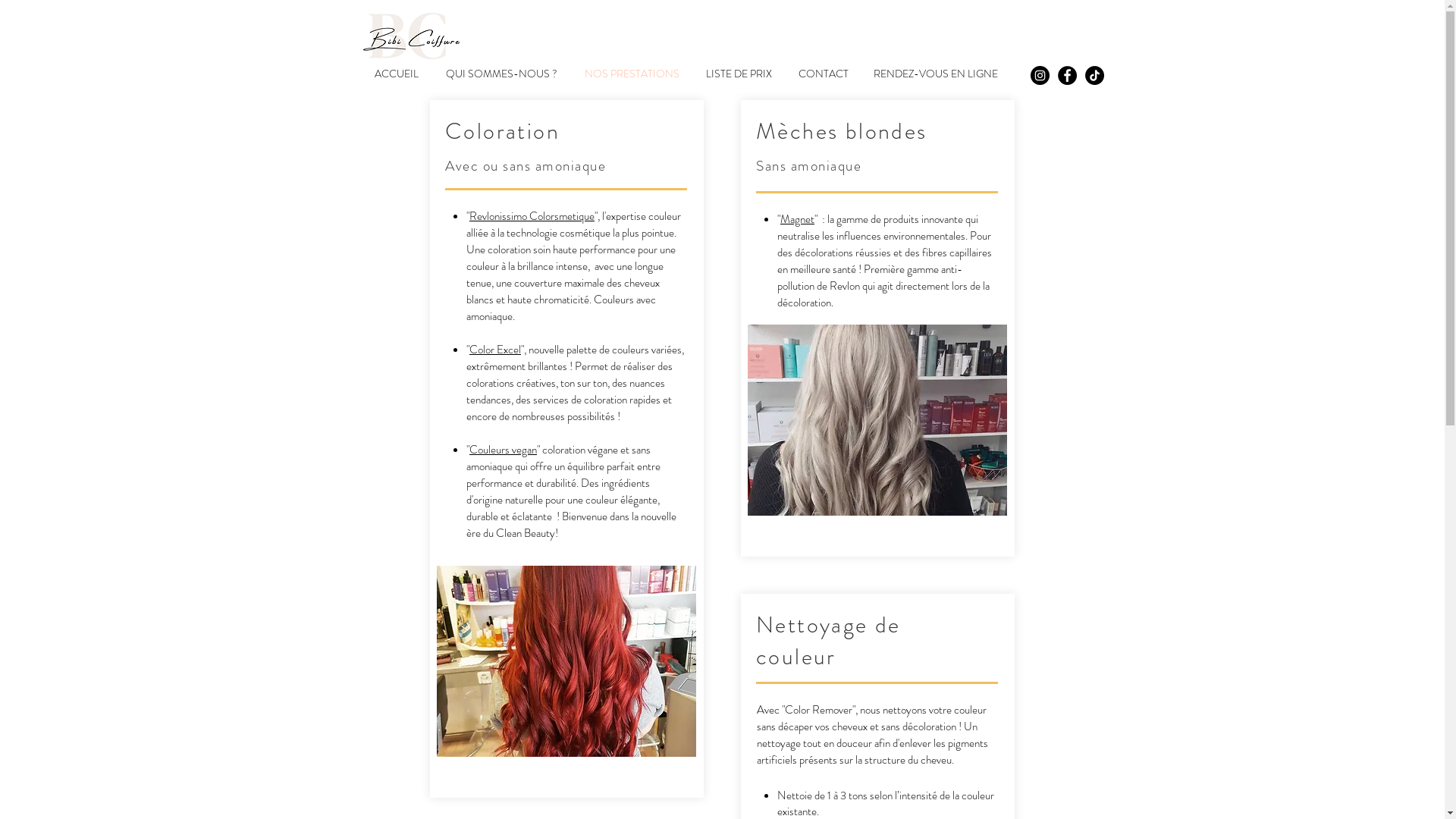  What do you see at coordinates (824, 74) in the screenshot?
I see `'CONTACT'` at bounding box center [824, 74].